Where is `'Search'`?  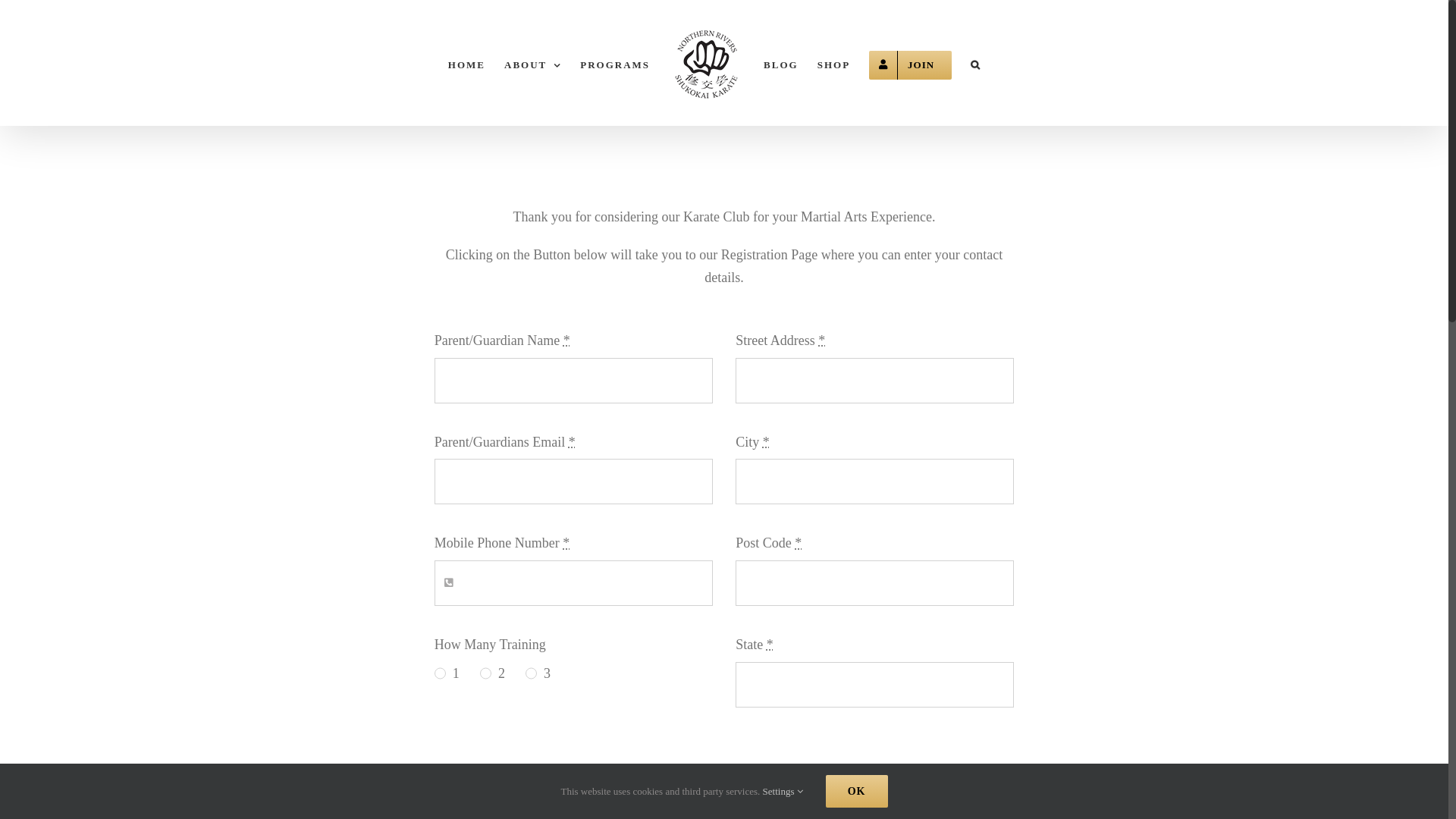 'Search' is located at coordinates (975, 62).